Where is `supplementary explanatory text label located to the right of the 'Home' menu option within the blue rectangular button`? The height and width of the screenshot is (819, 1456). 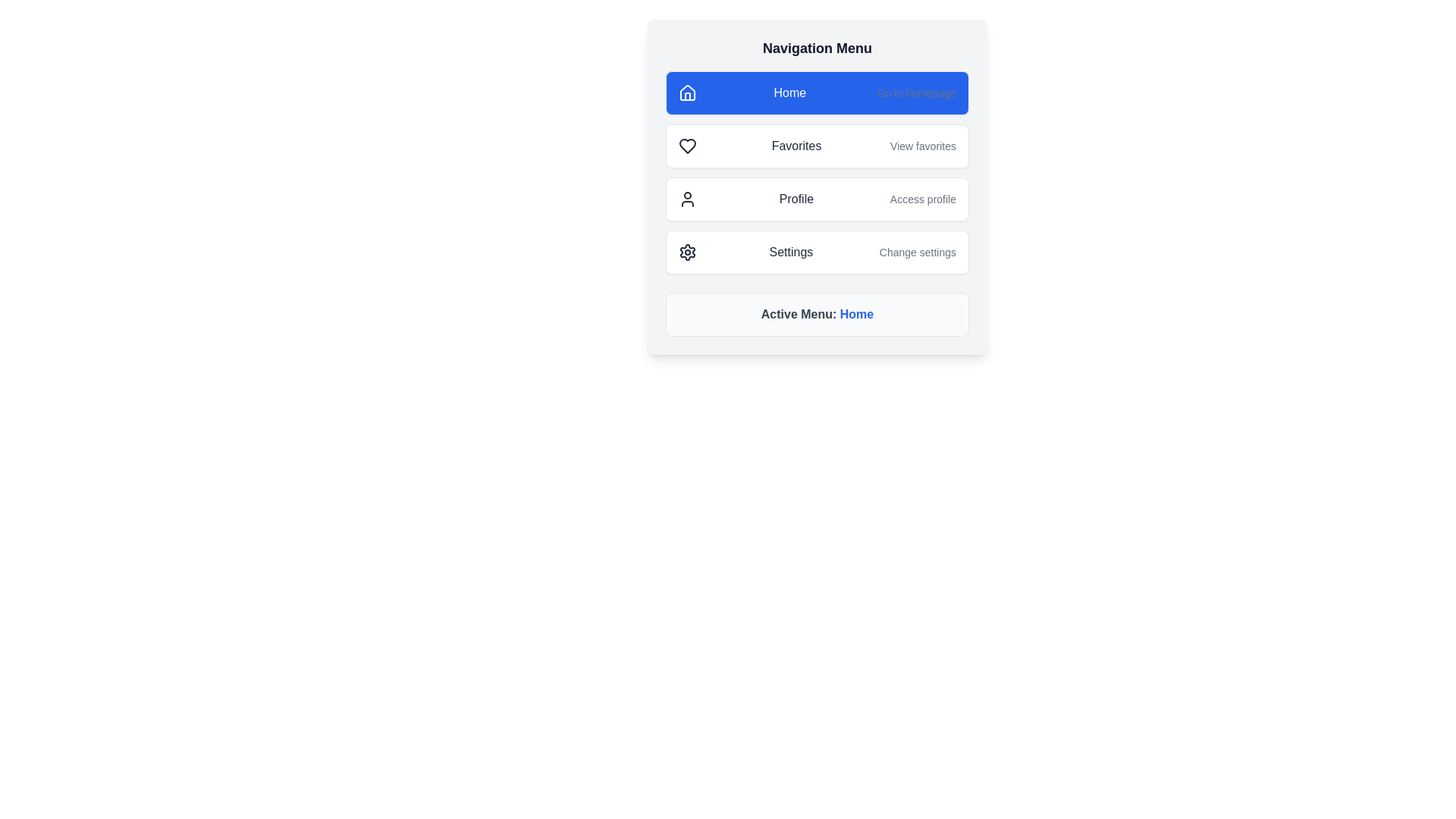
supplementary explanatory text label located to the right of the 'Home' menu option within the blue rectangular button is located at coordinates (915, 93).